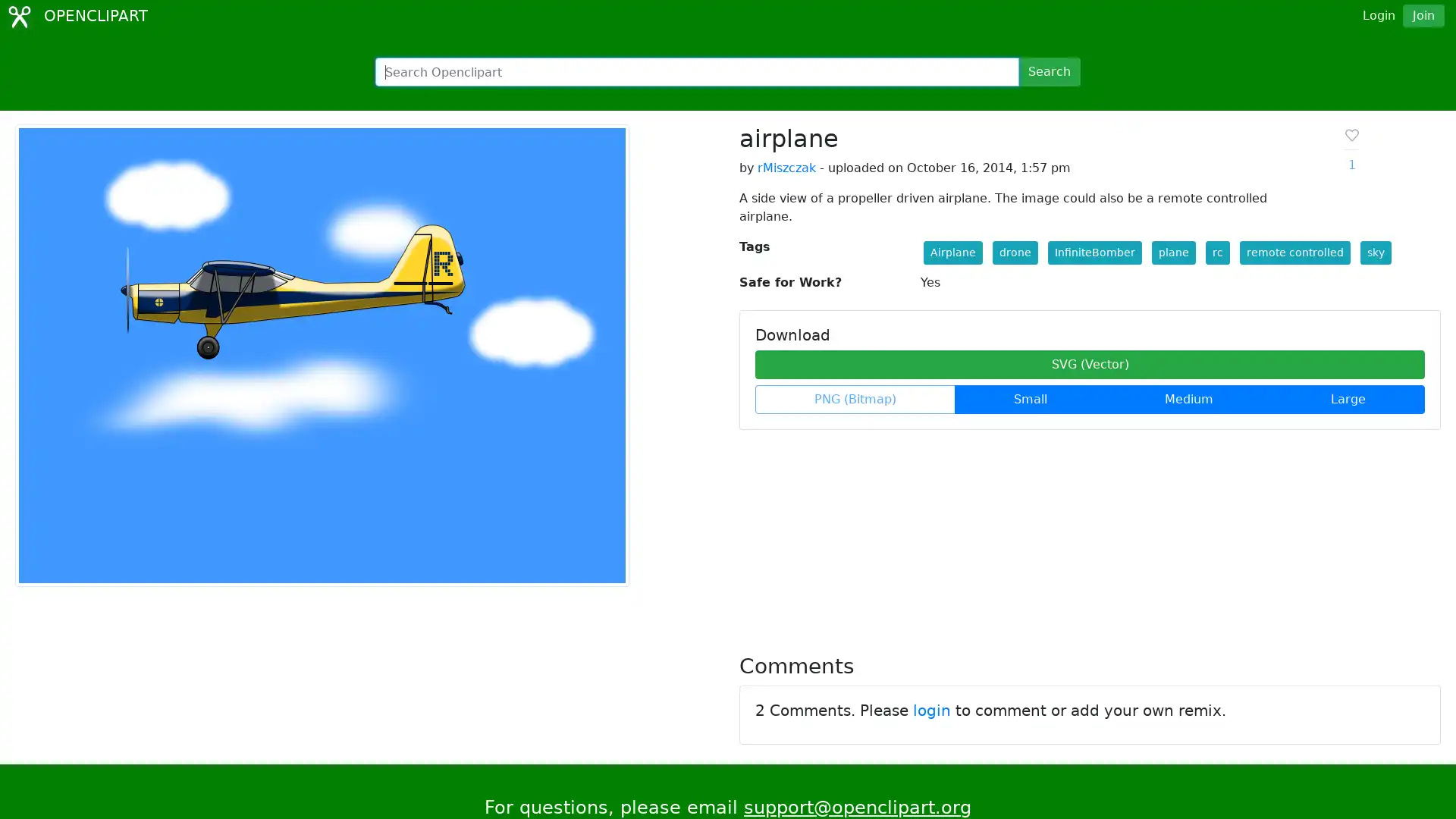 This screenshot has height=819, width=1456. I want to click on Search, so click(1048, 72).